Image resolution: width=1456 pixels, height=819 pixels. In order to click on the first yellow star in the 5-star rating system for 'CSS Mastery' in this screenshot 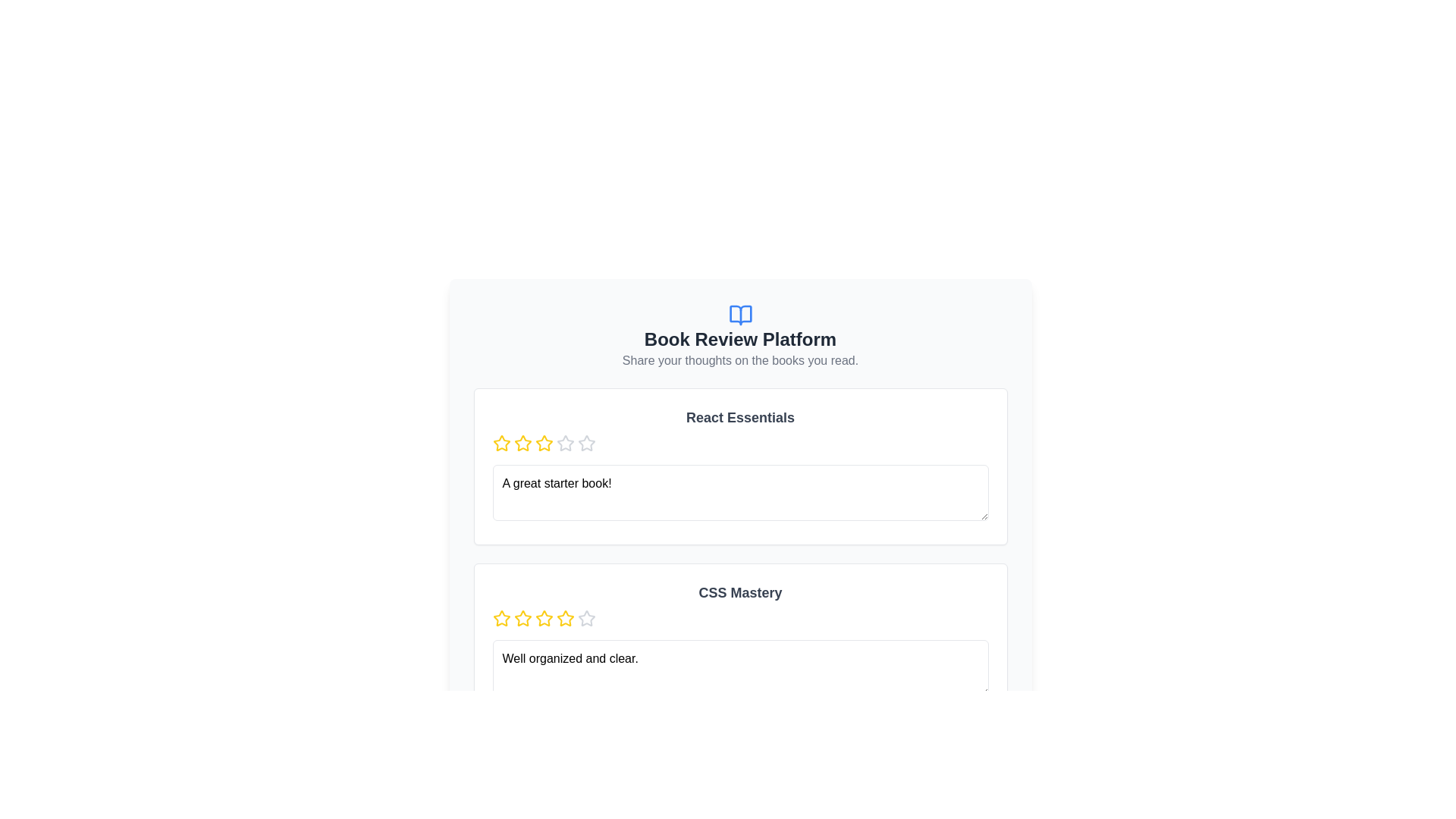, I will do `click(501, 619)`.